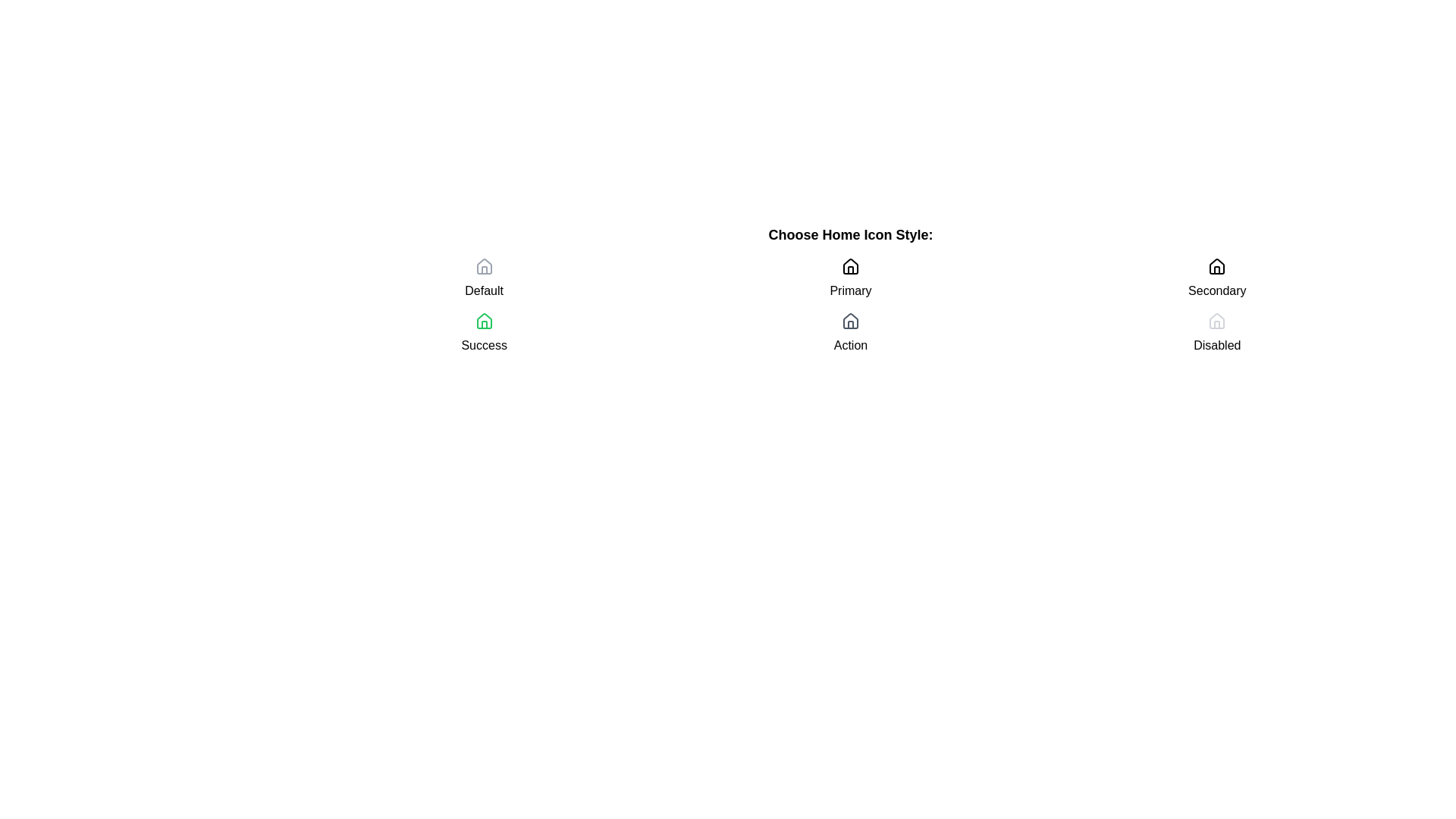 This screenshot has height=819, width=1456. I want to click on the vertical rectangular component of the 'house' icon, which is visually stylized with a green accent and is located in the second column and second row of the grid labeled 'Success', so click(483, 324).